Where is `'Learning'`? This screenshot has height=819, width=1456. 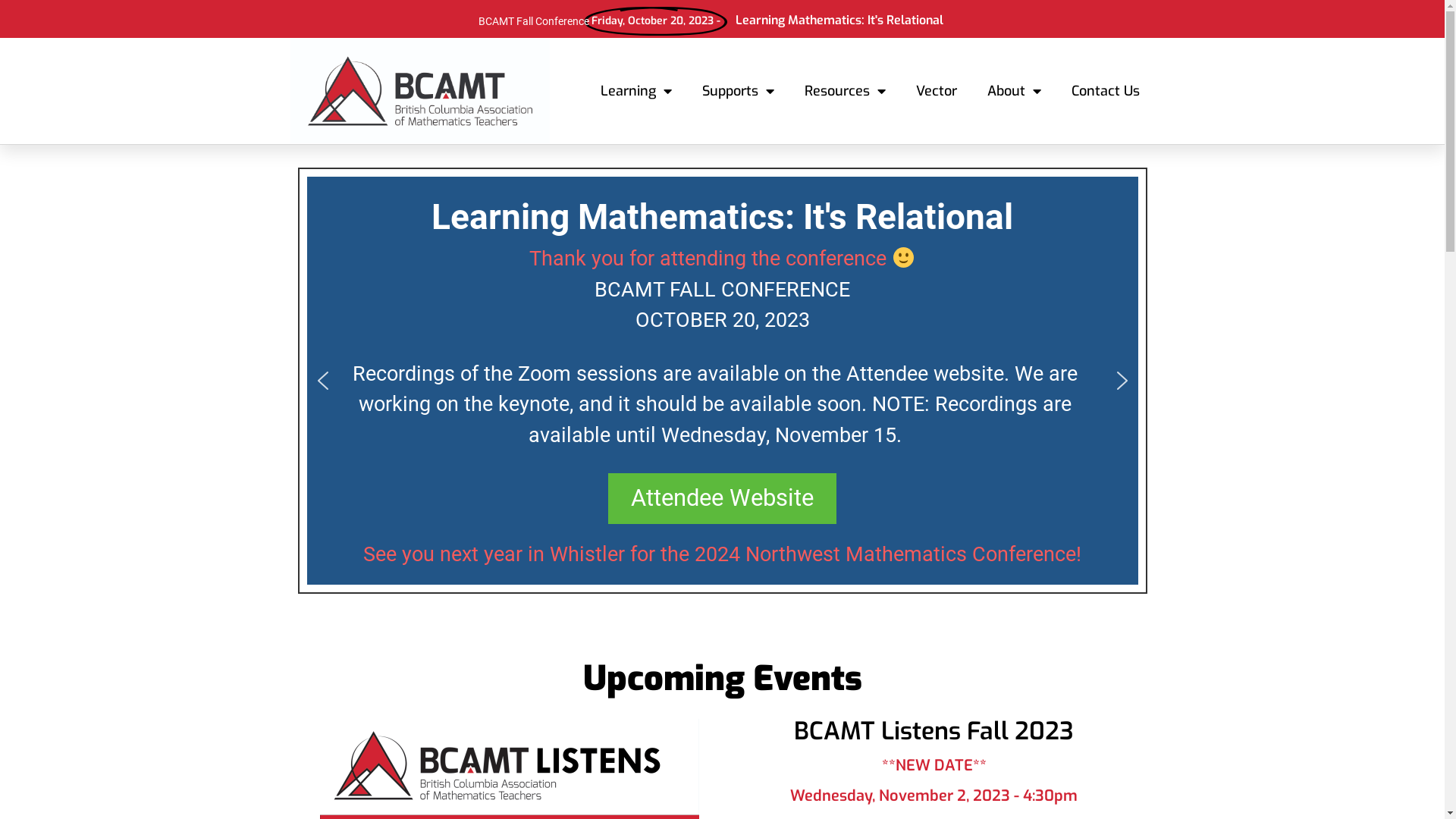
'Learning' is located at coordinates (636, 90).